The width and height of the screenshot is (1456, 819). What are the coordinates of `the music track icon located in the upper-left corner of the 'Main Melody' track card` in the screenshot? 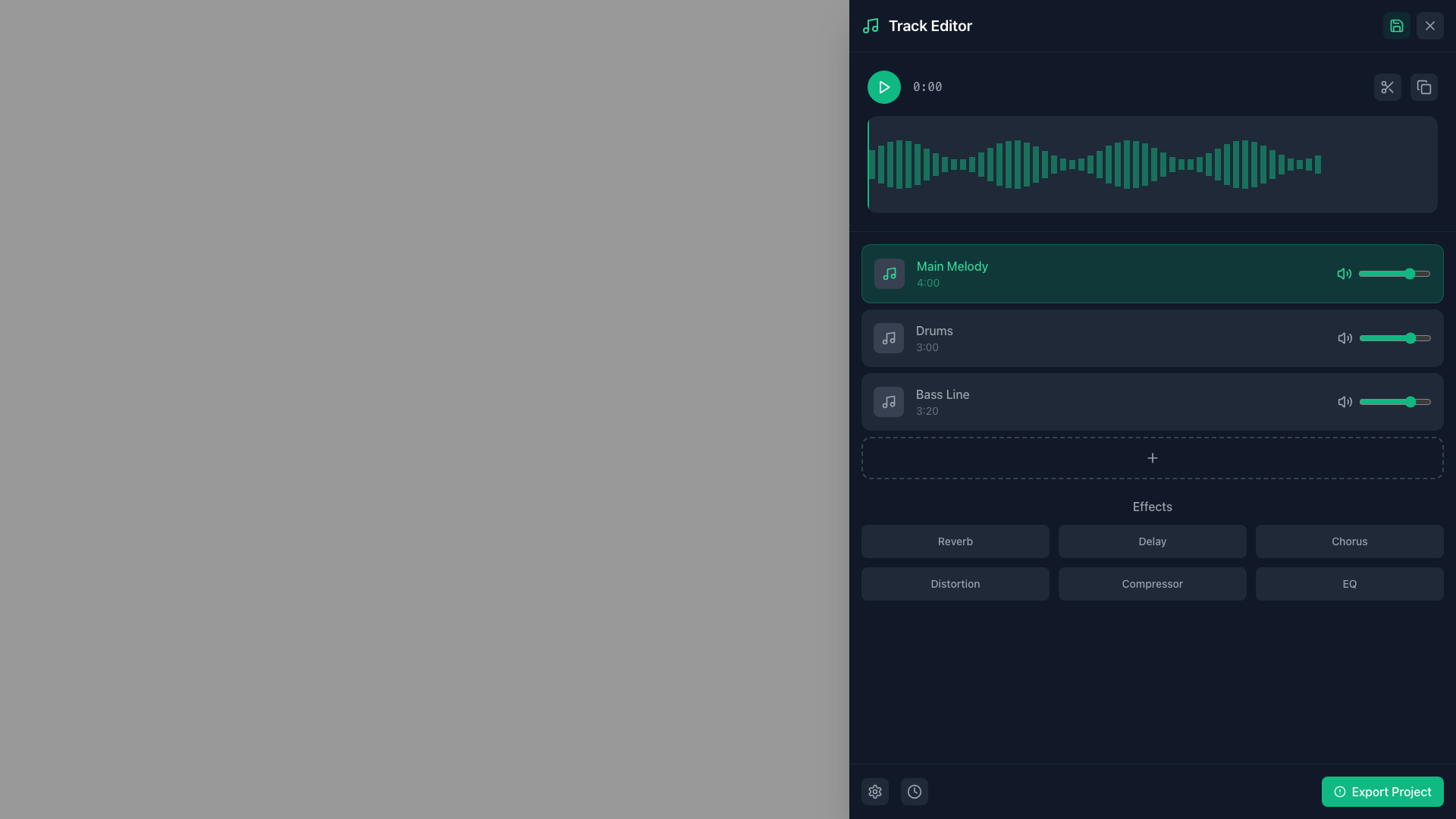 It's located at (889, 274).